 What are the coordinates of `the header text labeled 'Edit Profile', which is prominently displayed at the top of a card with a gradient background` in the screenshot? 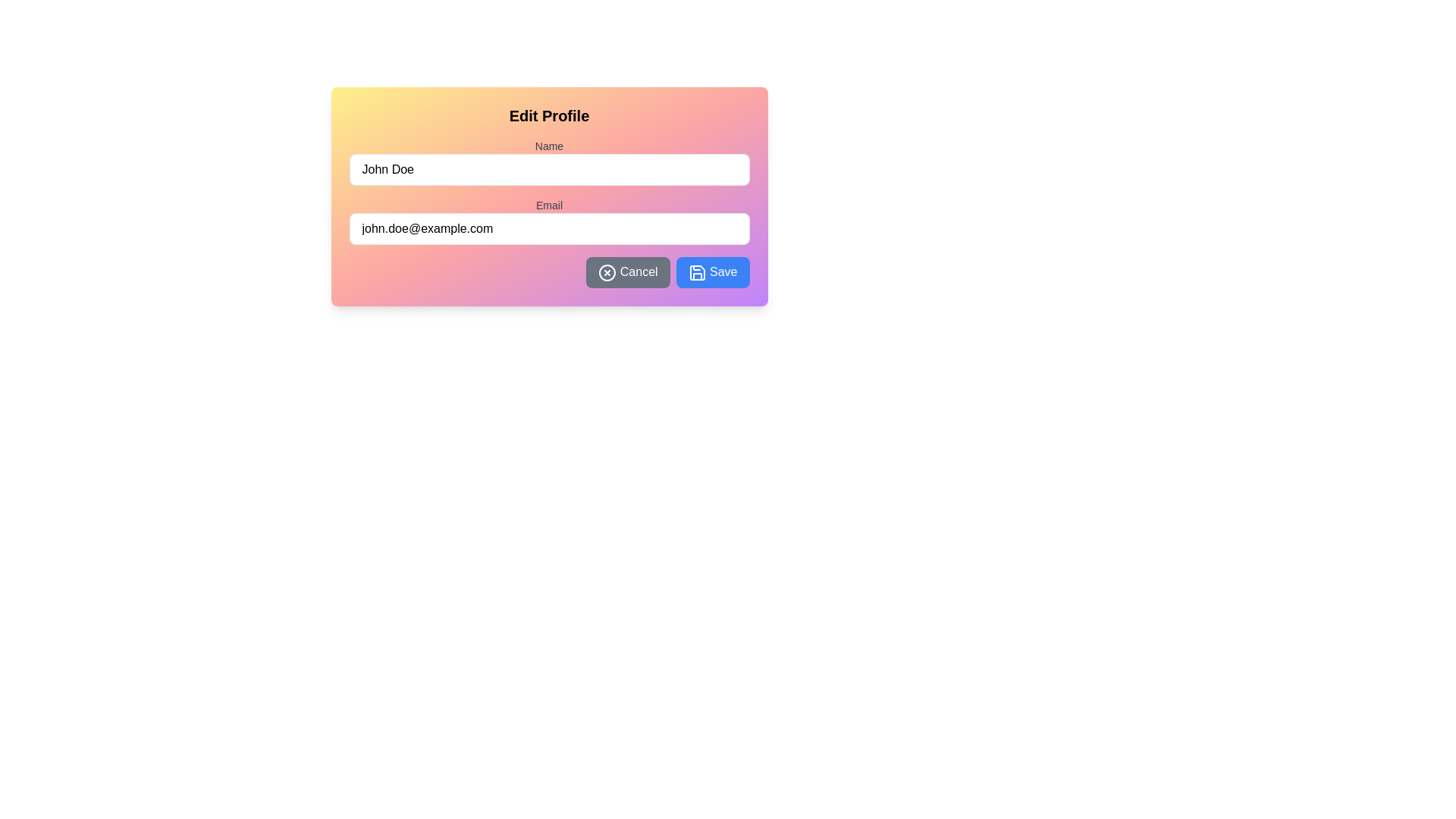 It's located at (548, 115).